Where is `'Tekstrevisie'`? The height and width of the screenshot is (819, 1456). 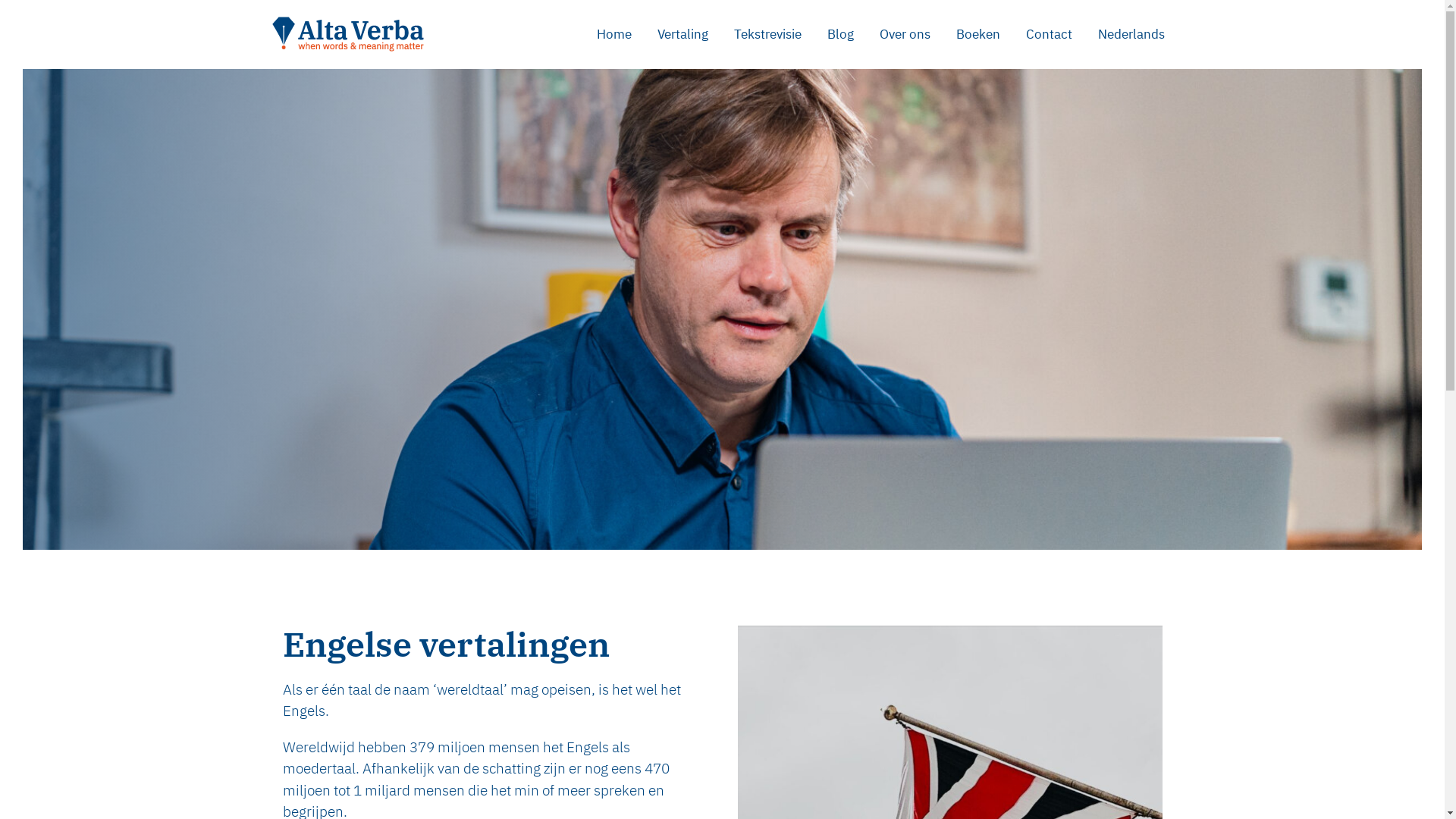 'Tekstrevisie' is located at coordinates (767, 34).